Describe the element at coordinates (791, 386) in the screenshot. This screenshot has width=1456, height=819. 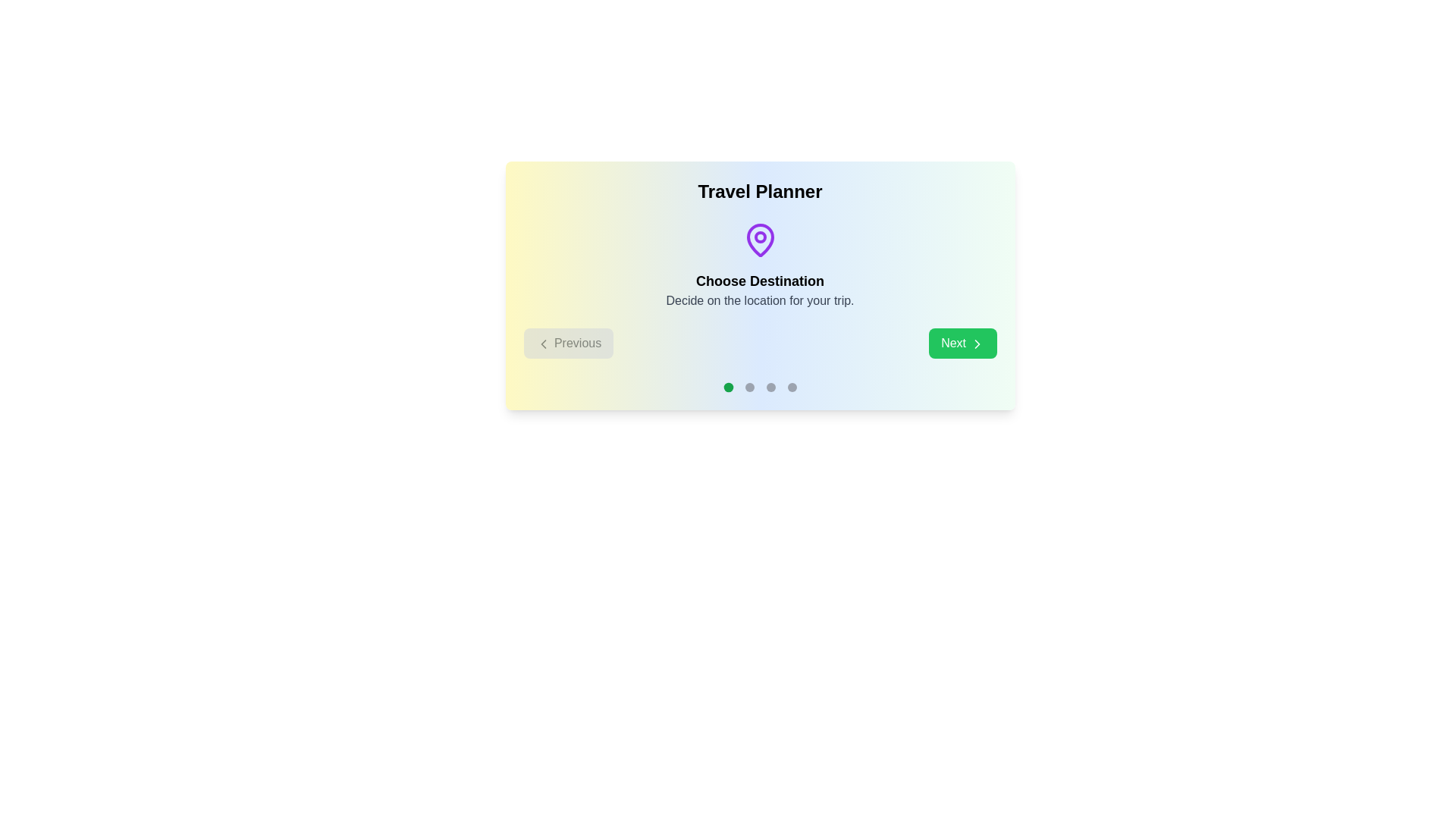
I see `the fourth circular indicator with a gray fill that represents a non-active state among a group of similar icons located near the bottom center of the interface` at that location.